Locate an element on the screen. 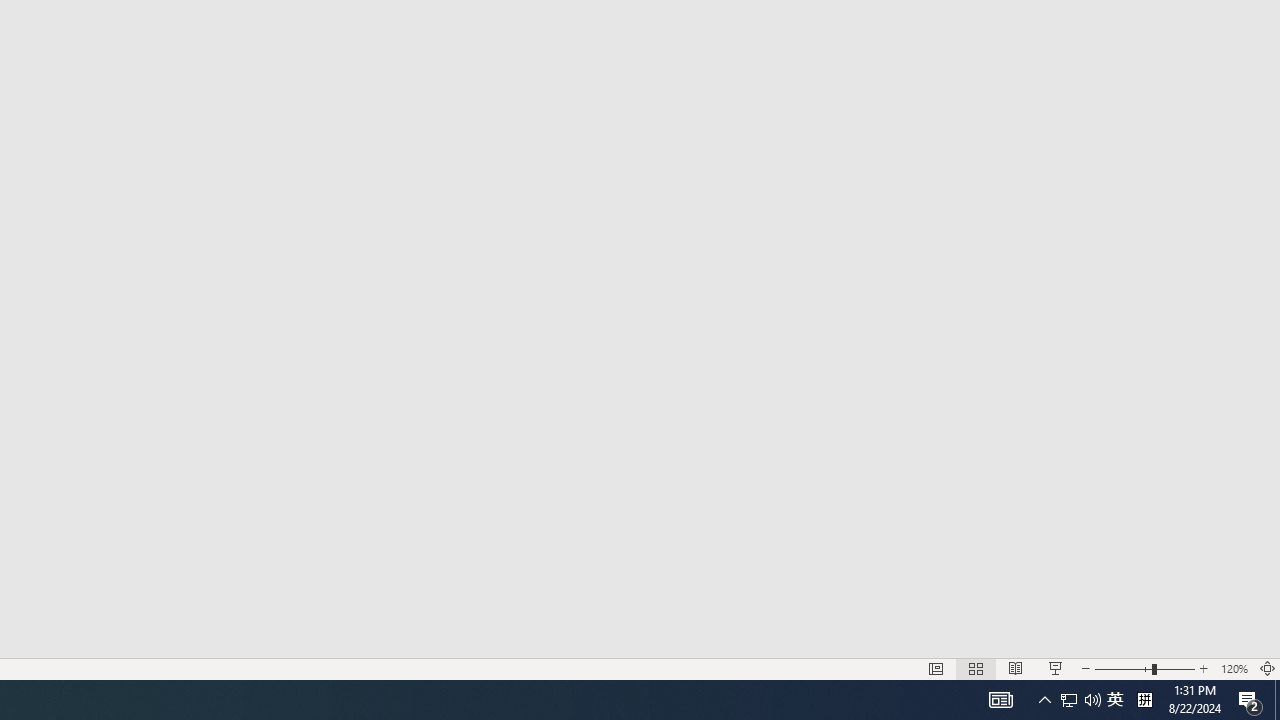 This screenshot has height=720, width=1280. 'Zoom 120%' is located at coordinates (1233, 669).